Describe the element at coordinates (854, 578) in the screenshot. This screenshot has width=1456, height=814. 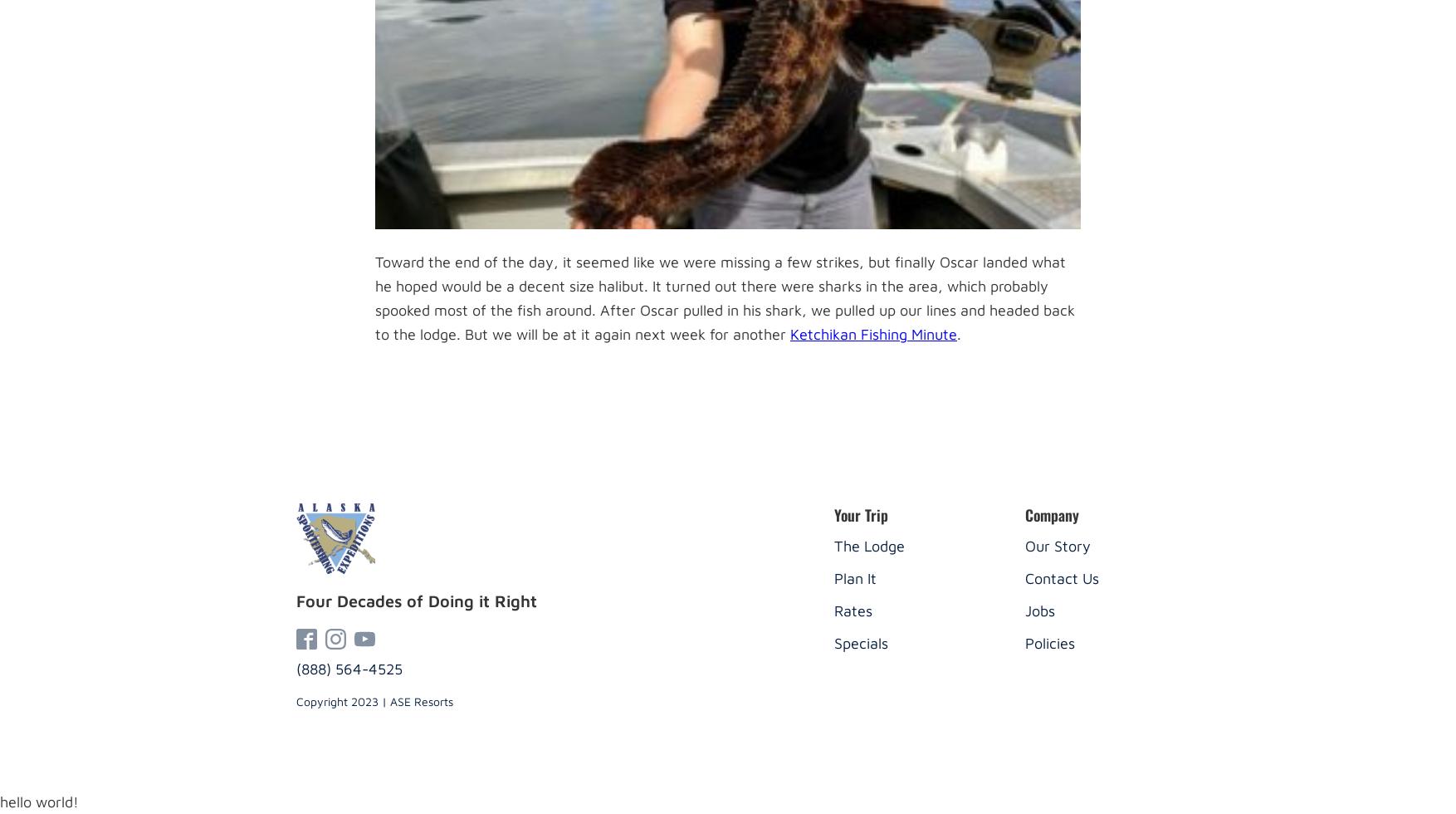
I see `'Plan It'` at that location.